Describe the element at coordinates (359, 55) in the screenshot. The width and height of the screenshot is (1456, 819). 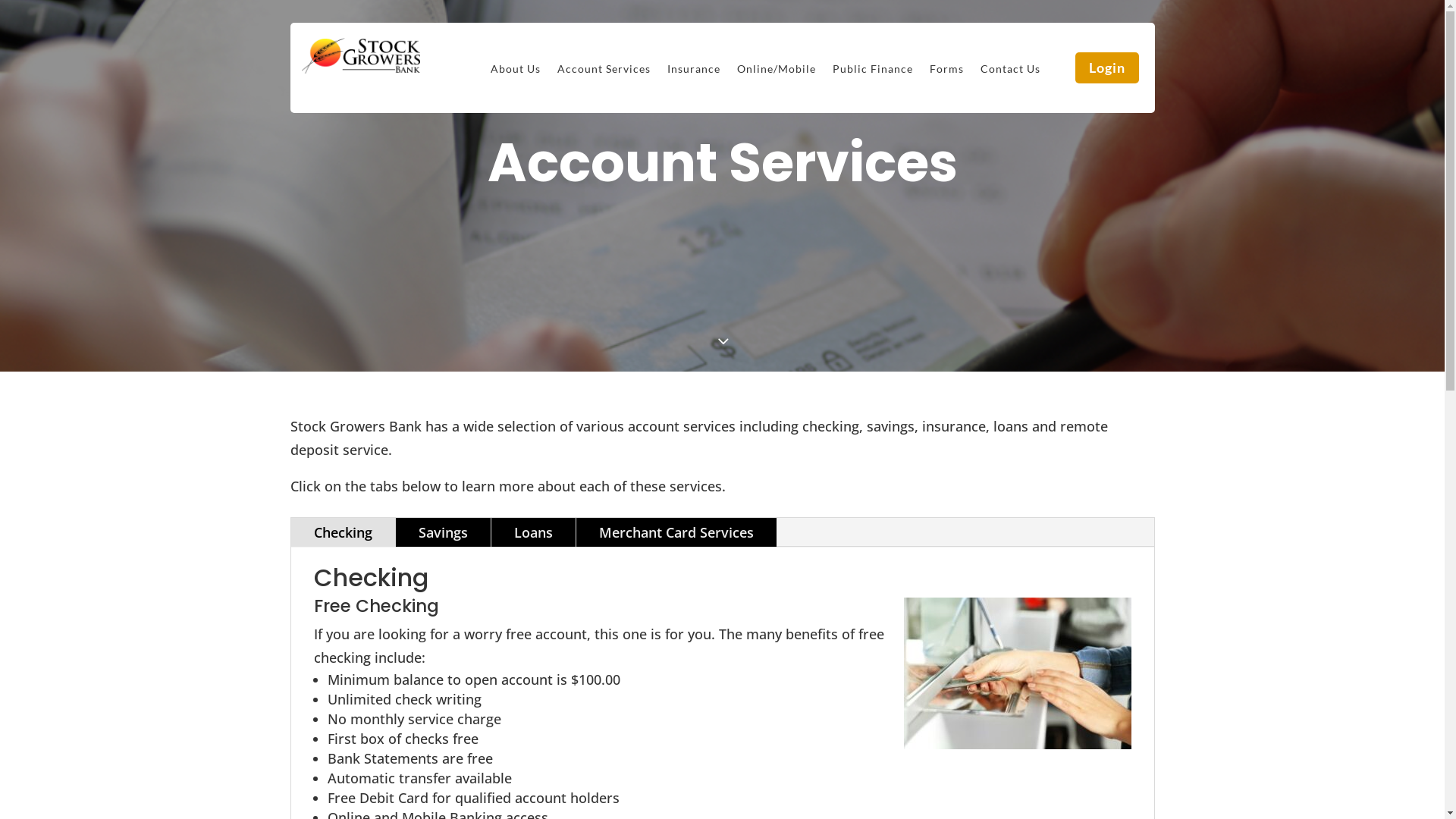
I see `'stock-growers-transparent-logo'` at that location.